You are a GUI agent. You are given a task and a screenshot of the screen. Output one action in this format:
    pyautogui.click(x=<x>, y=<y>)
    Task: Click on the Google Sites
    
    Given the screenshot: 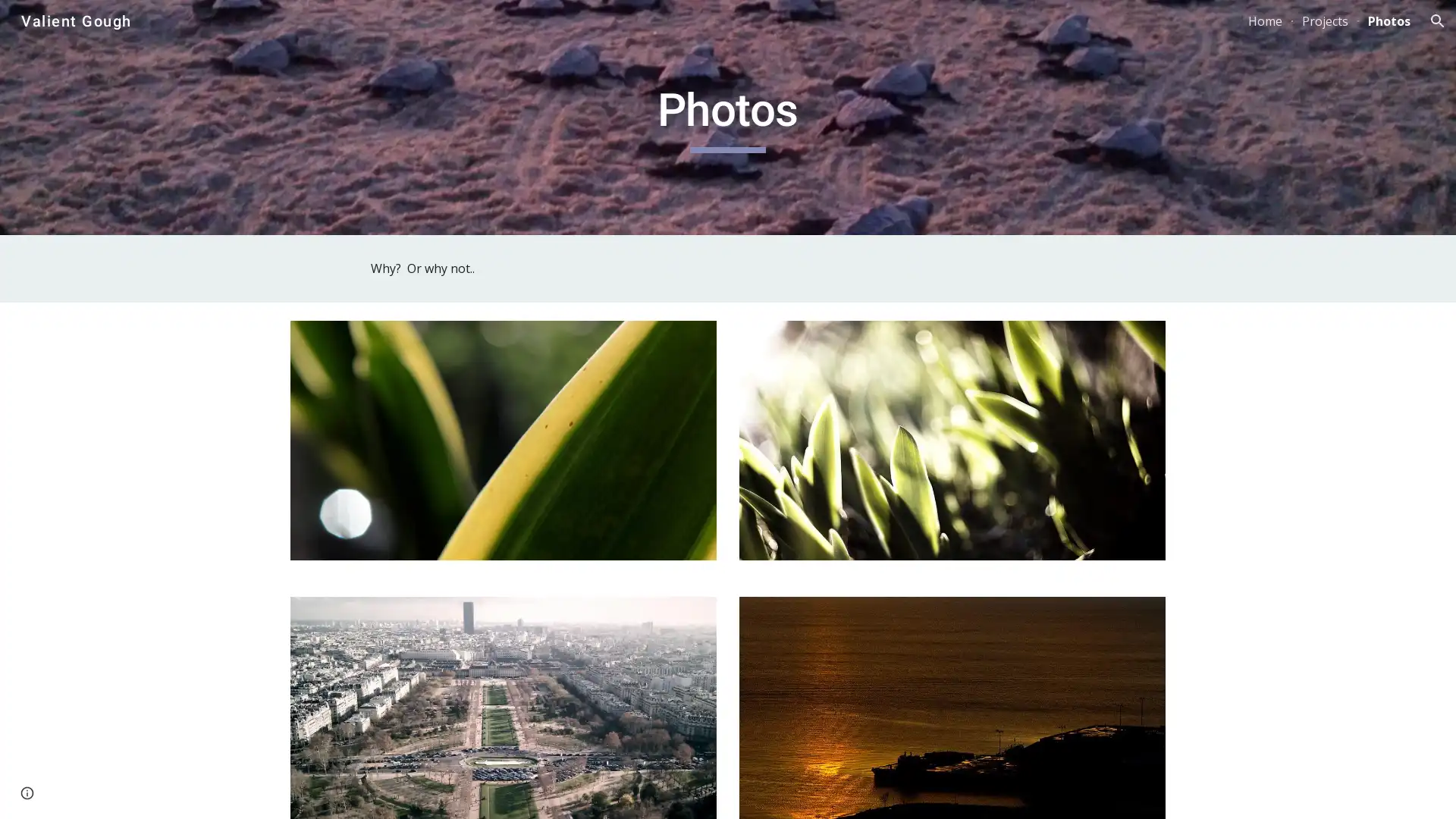 What is the action you would take?
    pyautogui.click(x=117, y=792)
    